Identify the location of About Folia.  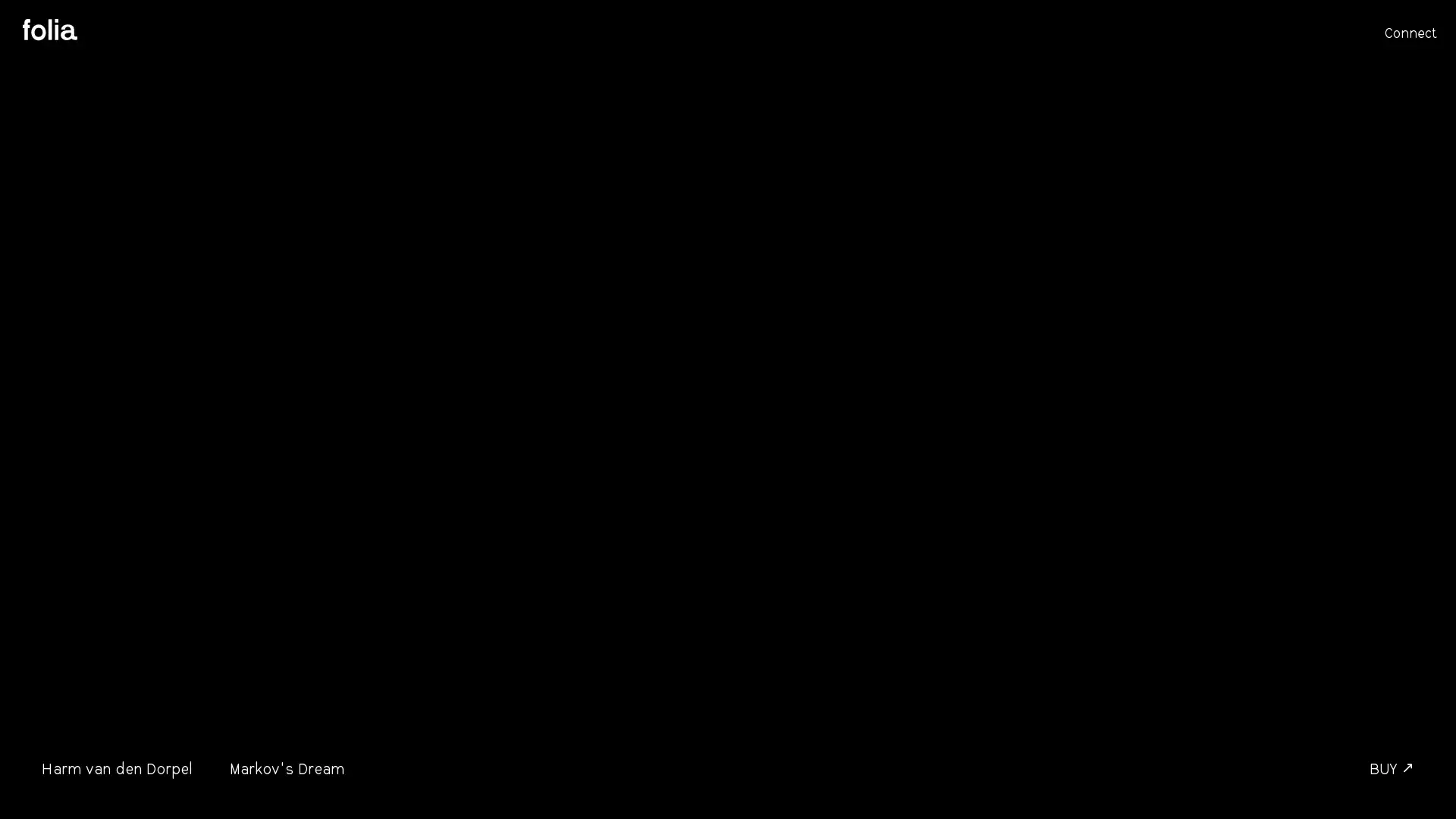
(50, 30).